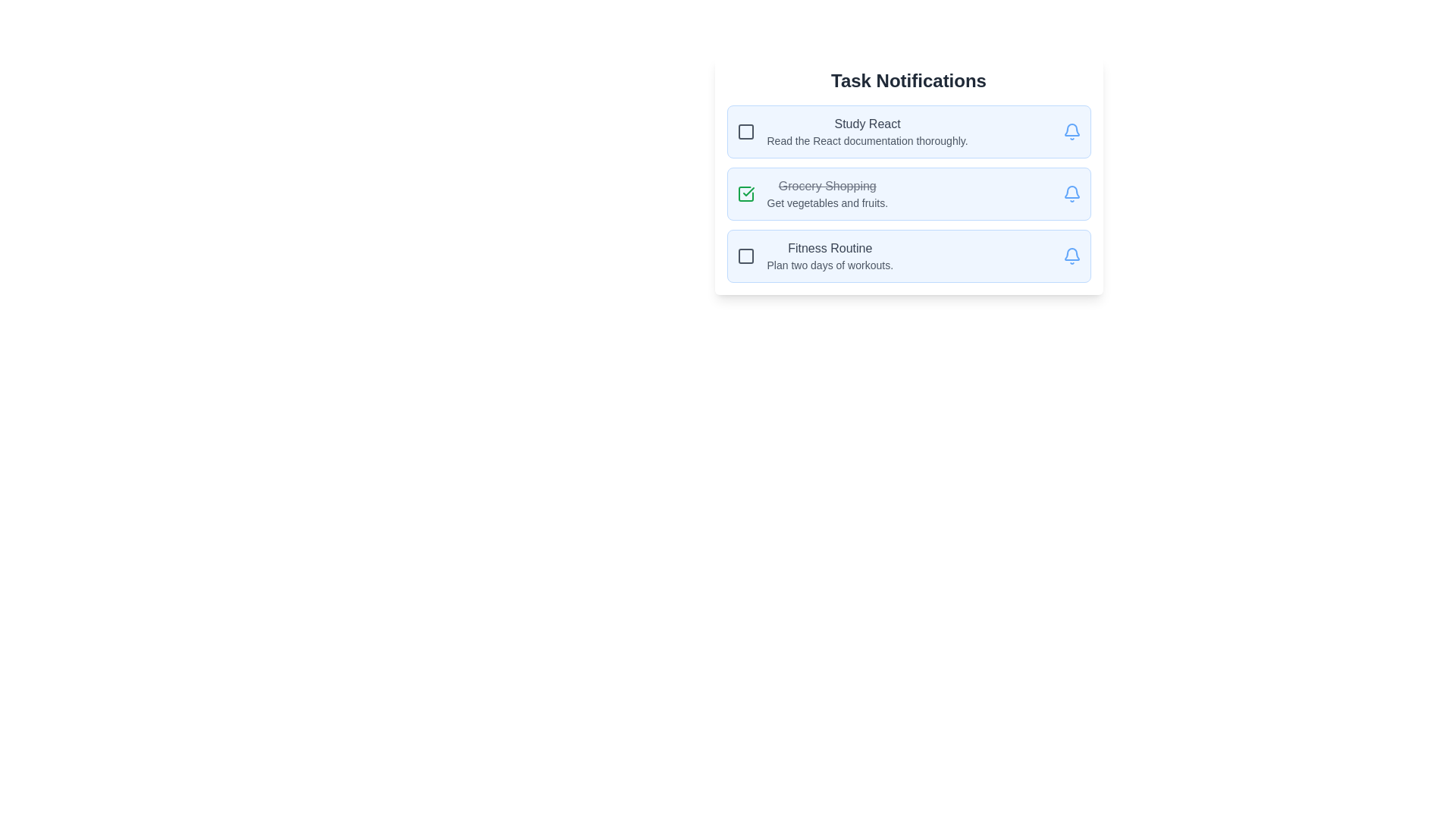 The width and height of the screenshot is (1456, 819). Describe the element at coordinates (745, 130) in the screenshot. I see `the checkbox that toggles the completion status of the task 'Study React.'` at that location.